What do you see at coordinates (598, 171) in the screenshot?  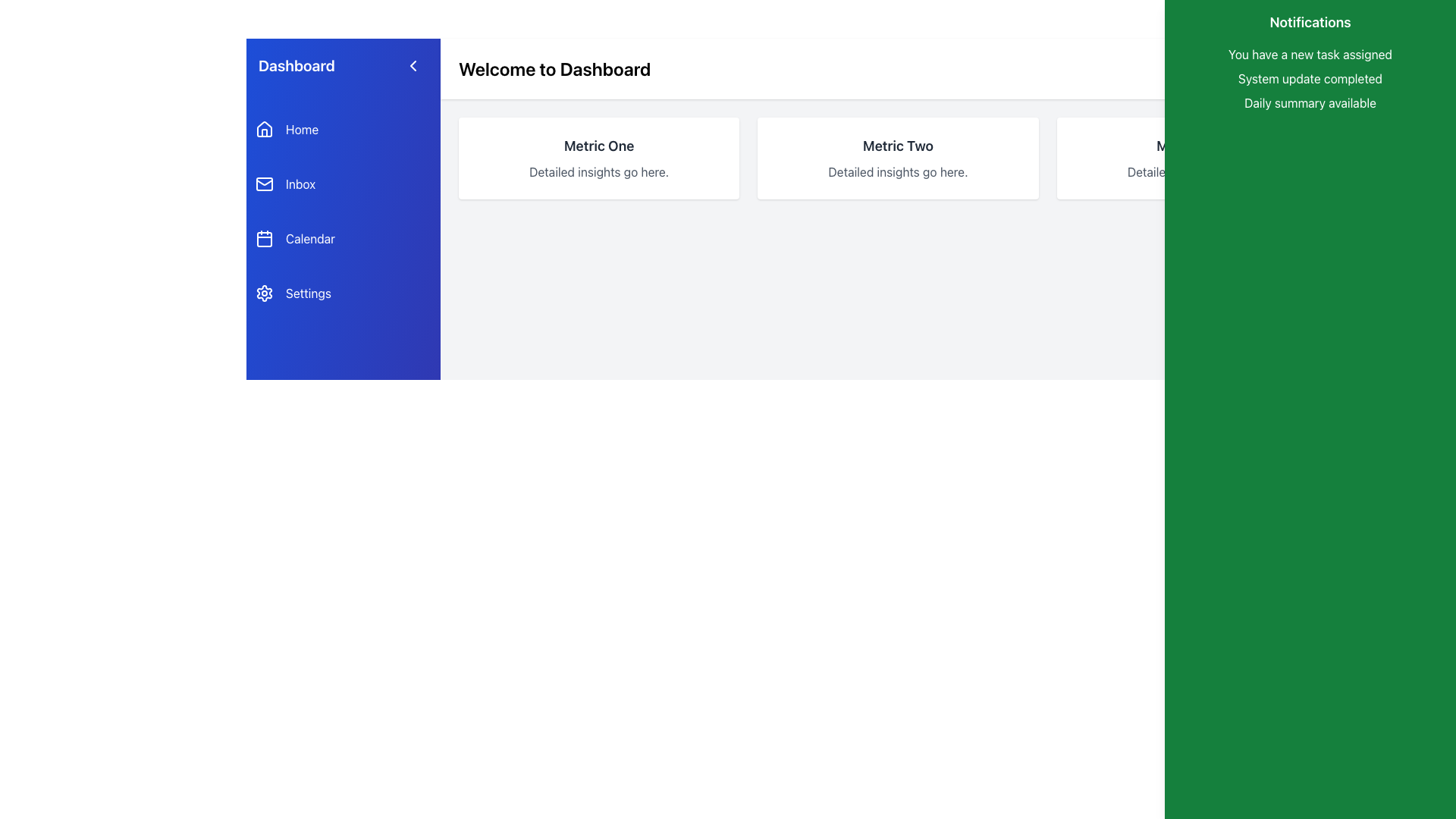 I see `the text label reading 'Detailed insights go here.' which is styled in gray font and located below the bold black heading 'Metric One'` at bounding box center [598, 171].